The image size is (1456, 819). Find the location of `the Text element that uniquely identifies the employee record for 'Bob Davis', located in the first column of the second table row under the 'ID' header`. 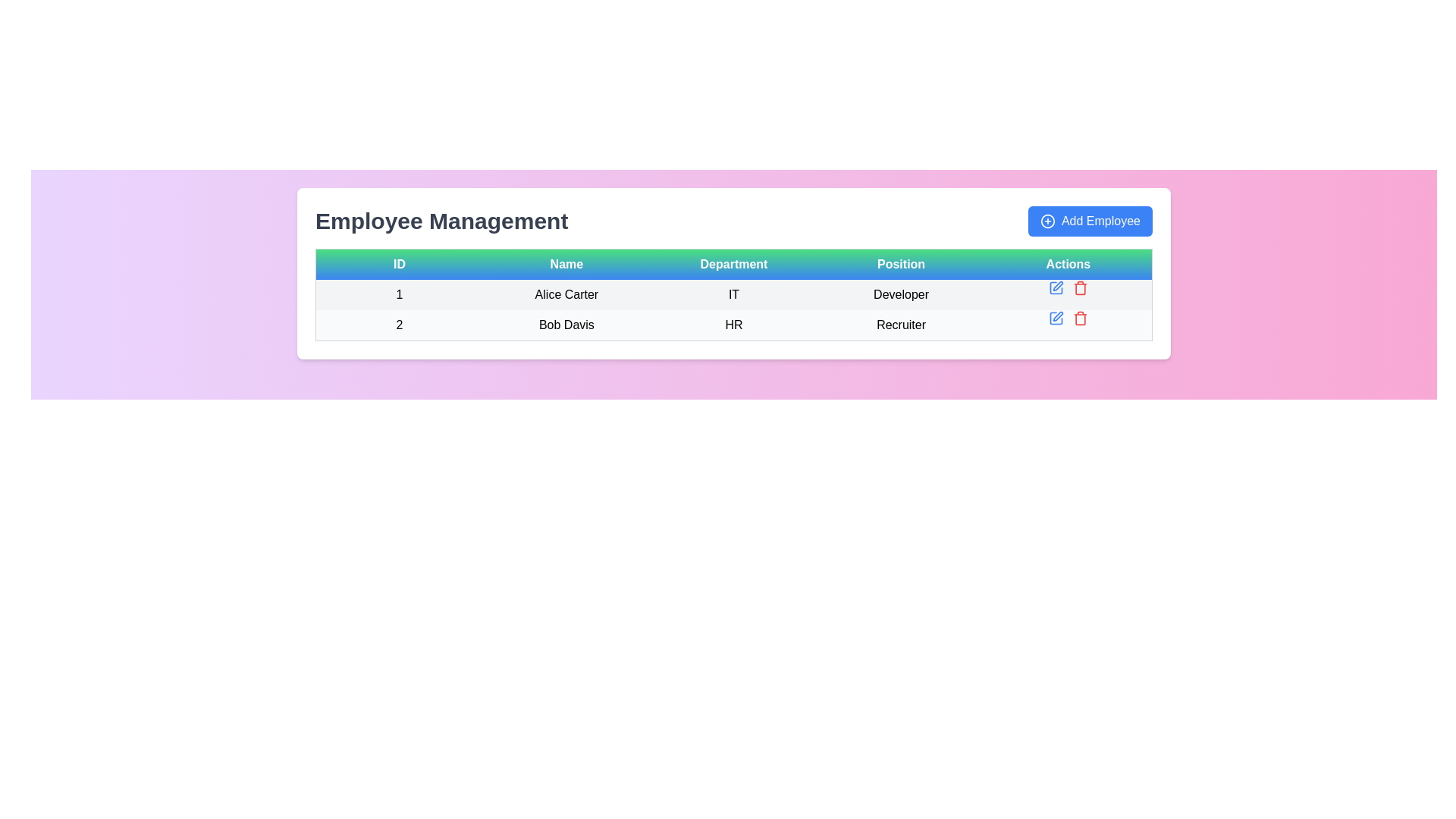

the Text element that uniquely identifies the employee record for 'Bob Davis', located in the first column of the second table row under the 'ID' header is located at coordinates (399, 325).